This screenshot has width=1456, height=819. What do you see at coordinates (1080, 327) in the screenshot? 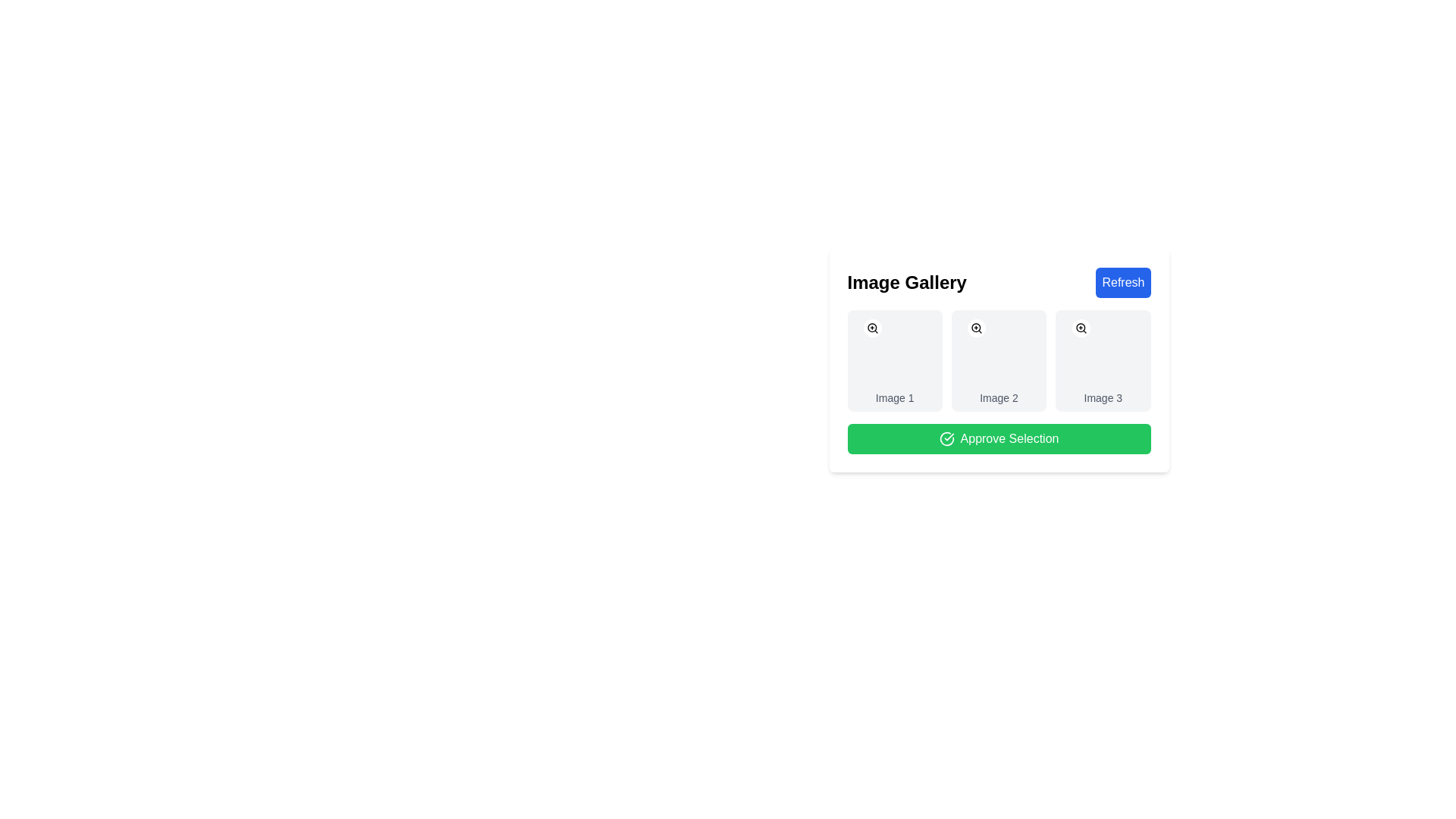
I see `the small circular zoom-in button with a magnifying glass icon located at the top-left corner of the third image thumbnail in the image gallery` at bounding box center [1080, 327].